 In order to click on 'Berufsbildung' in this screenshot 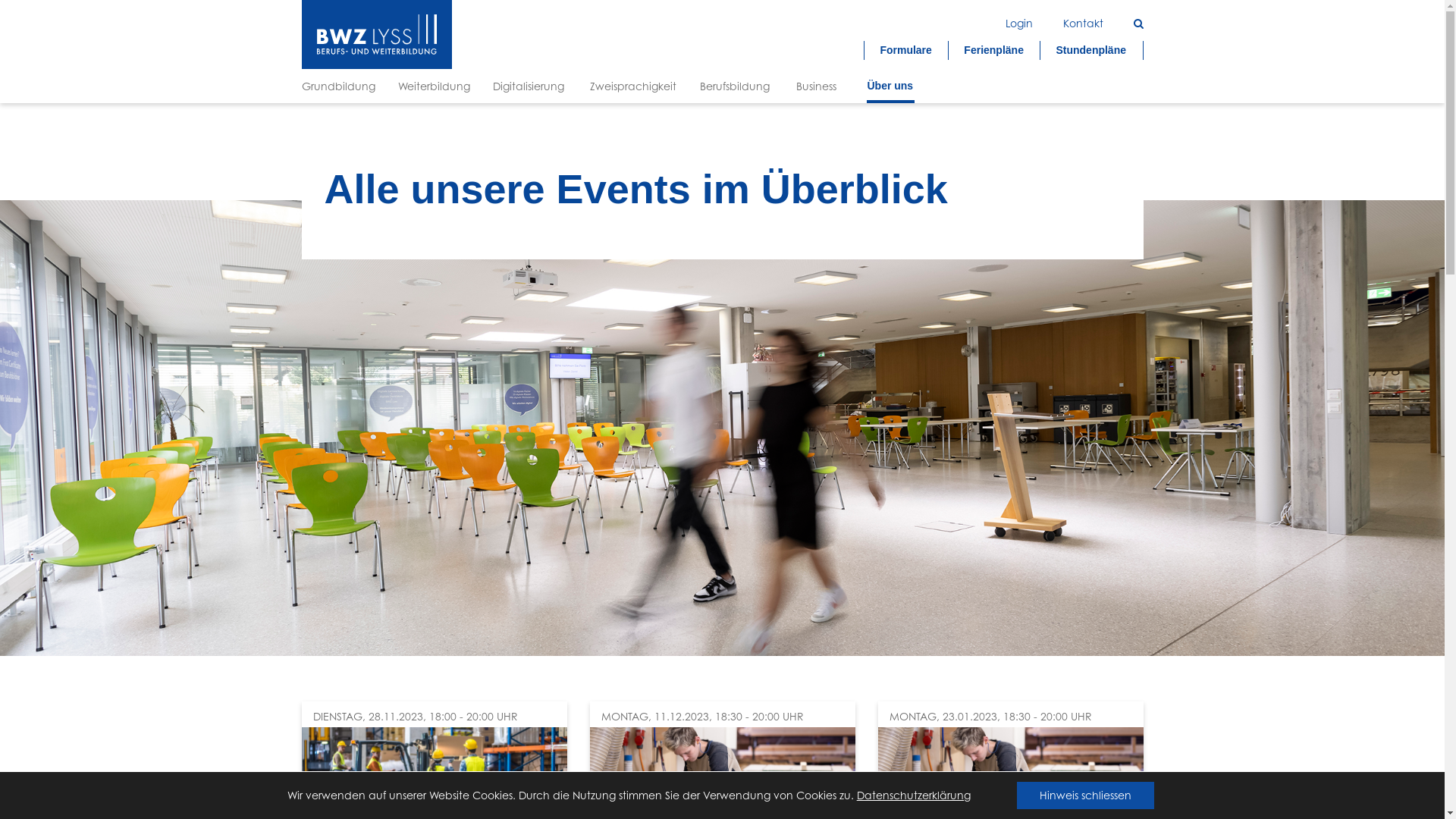, I will do `click(736, 86)`.